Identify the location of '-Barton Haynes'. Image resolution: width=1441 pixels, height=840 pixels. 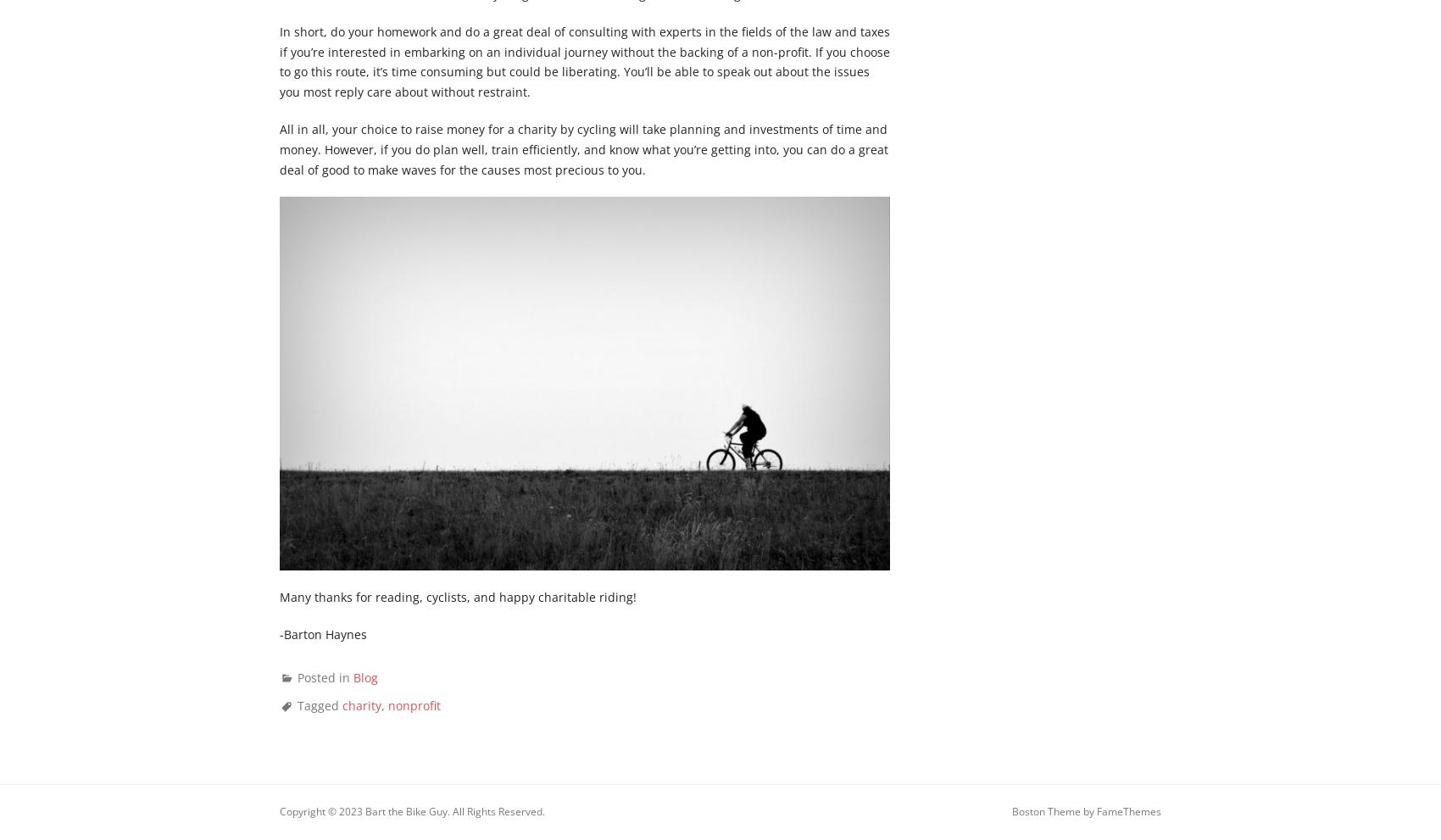
(322, 632).